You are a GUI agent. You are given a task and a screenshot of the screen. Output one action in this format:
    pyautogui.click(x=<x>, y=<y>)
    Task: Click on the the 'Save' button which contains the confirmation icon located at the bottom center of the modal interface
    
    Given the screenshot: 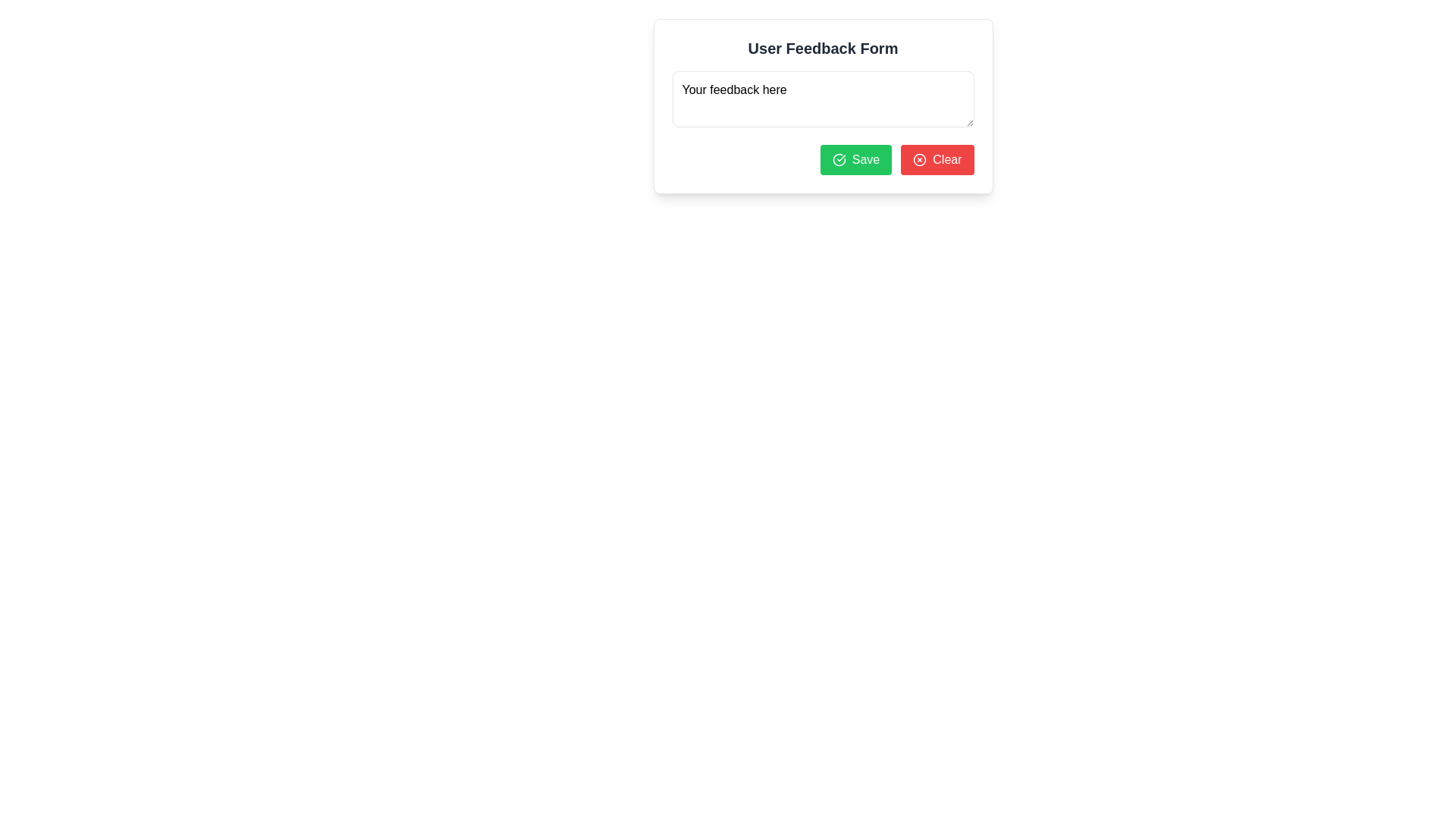 What is the action you would take?
    pyautogui.click(x=838, y=160)
    